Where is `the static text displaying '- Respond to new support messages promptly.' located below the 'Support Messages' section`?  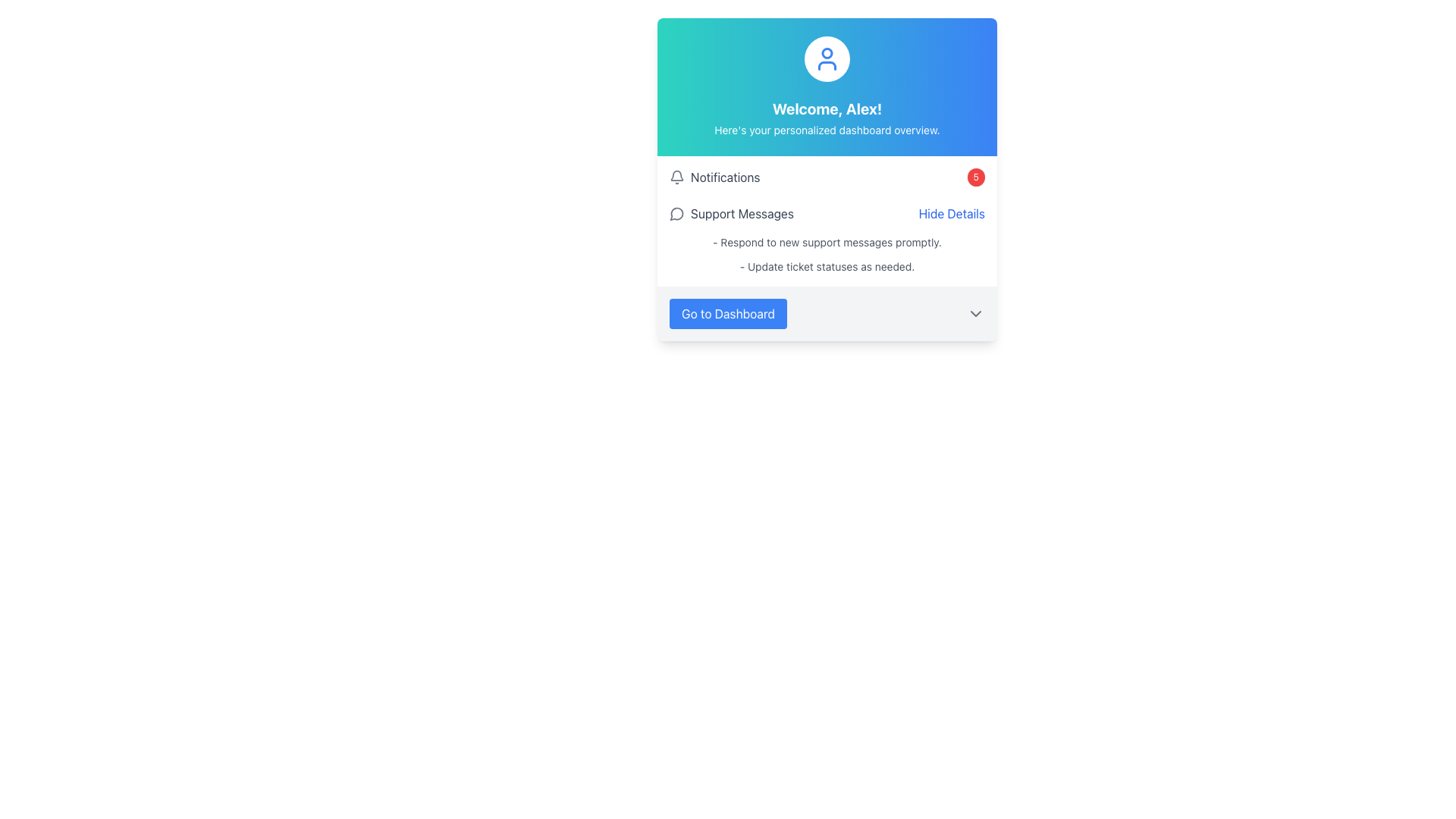 the static text displaying '- Respond to new support messages promptly.' located below the 'Support Messages' section is located at coordinates (826, 242).